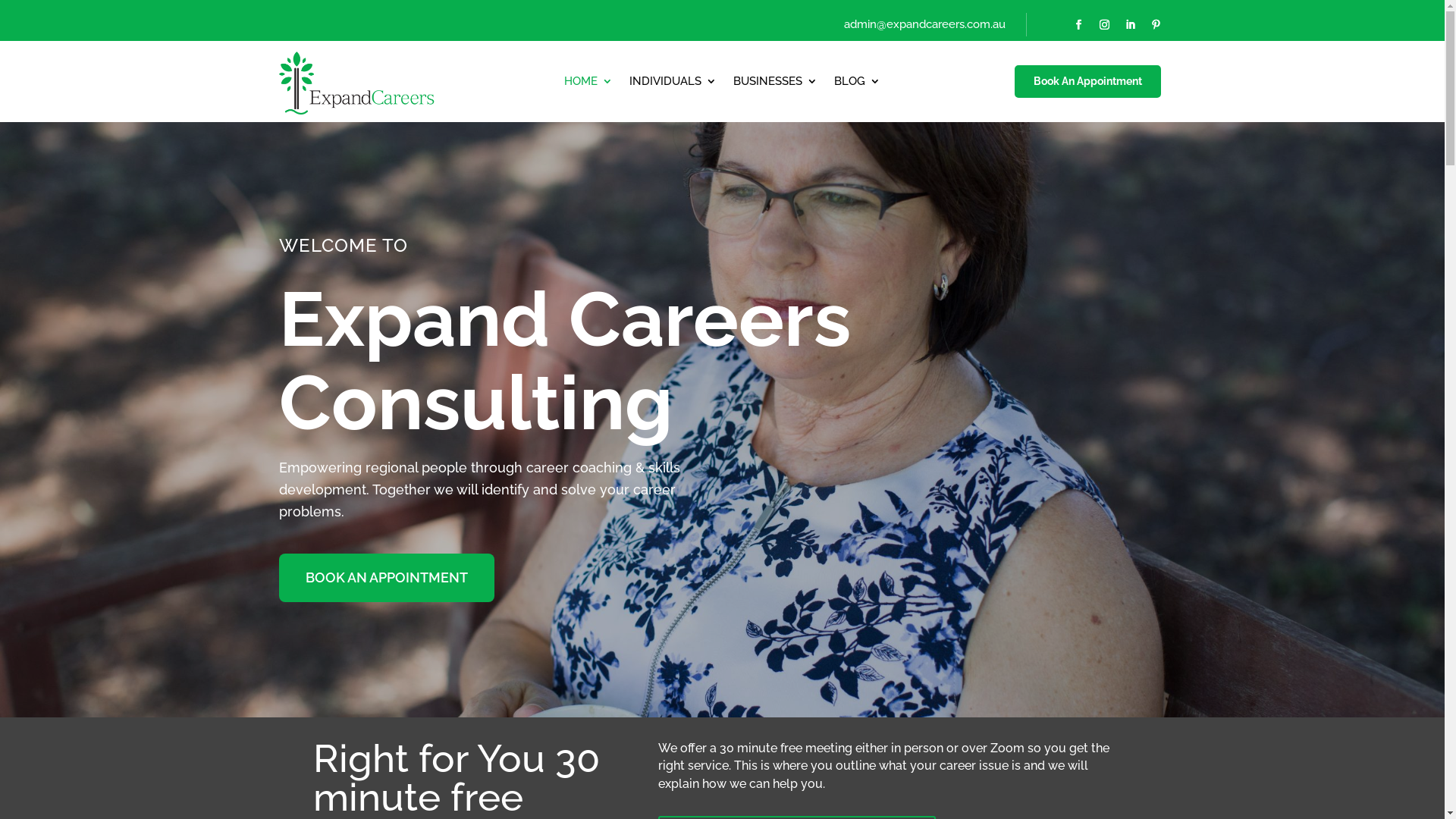 The image size is (1456, 819). Describe the element at coordinates (672, 84) in the screenshot. I see `'INDIVIDUALS'` at that location.